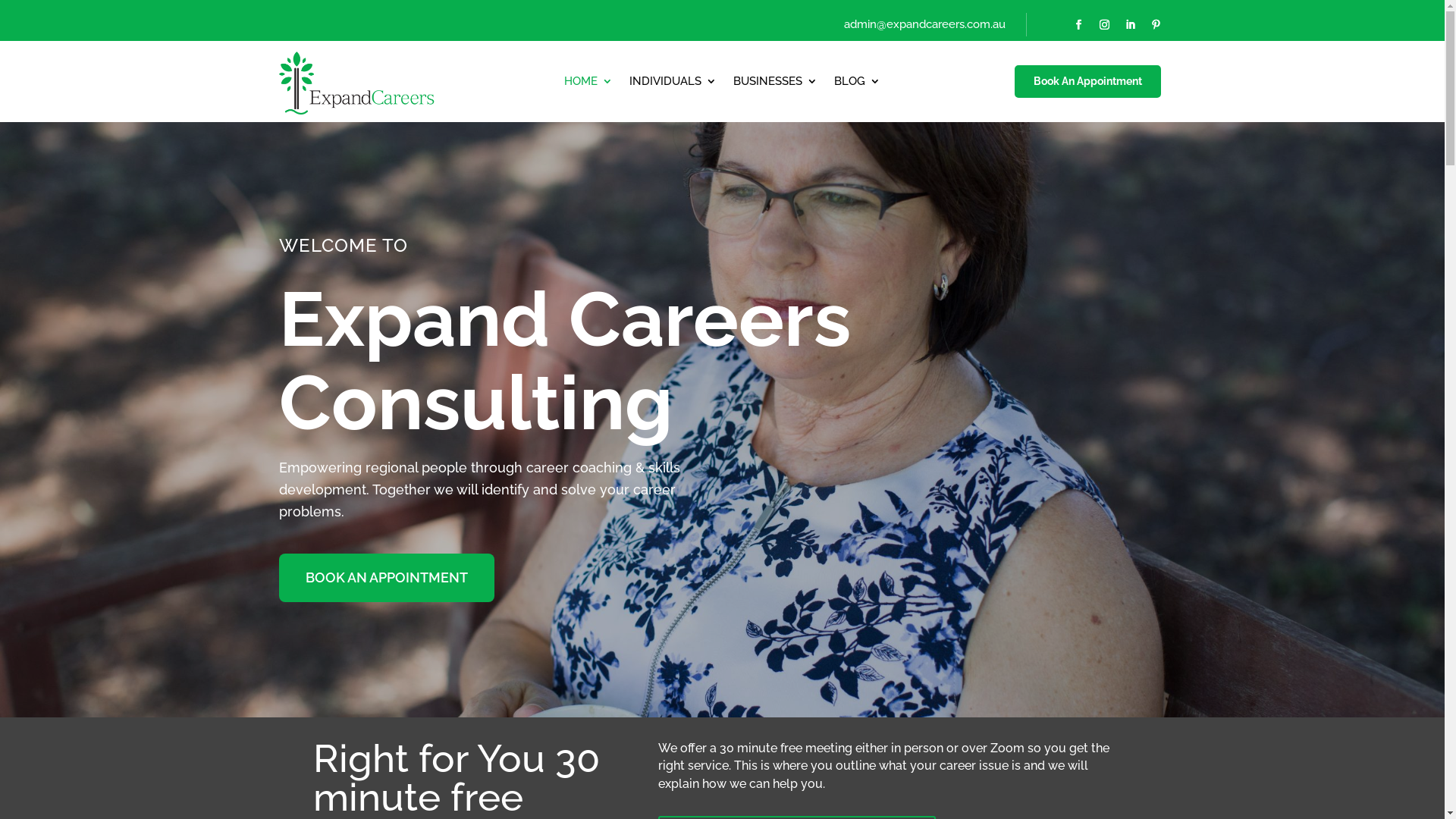 The image size is (1456, 819). Describe the element at coordinates (672, 84) in the screenshot. I see `'INDIVIDUALS'` at that location.